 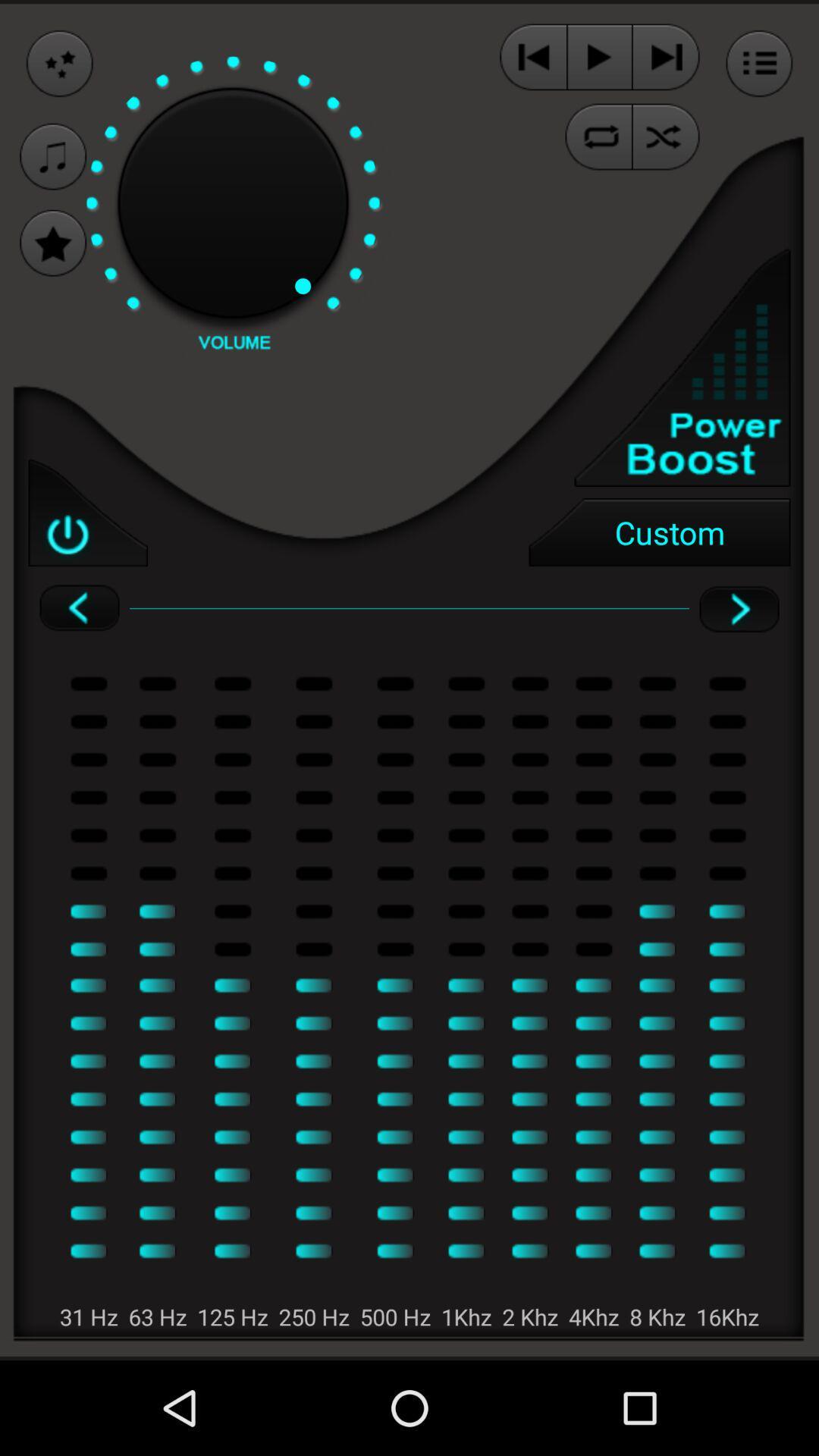 I want to click on the music icon, so click(x=52, y=168).